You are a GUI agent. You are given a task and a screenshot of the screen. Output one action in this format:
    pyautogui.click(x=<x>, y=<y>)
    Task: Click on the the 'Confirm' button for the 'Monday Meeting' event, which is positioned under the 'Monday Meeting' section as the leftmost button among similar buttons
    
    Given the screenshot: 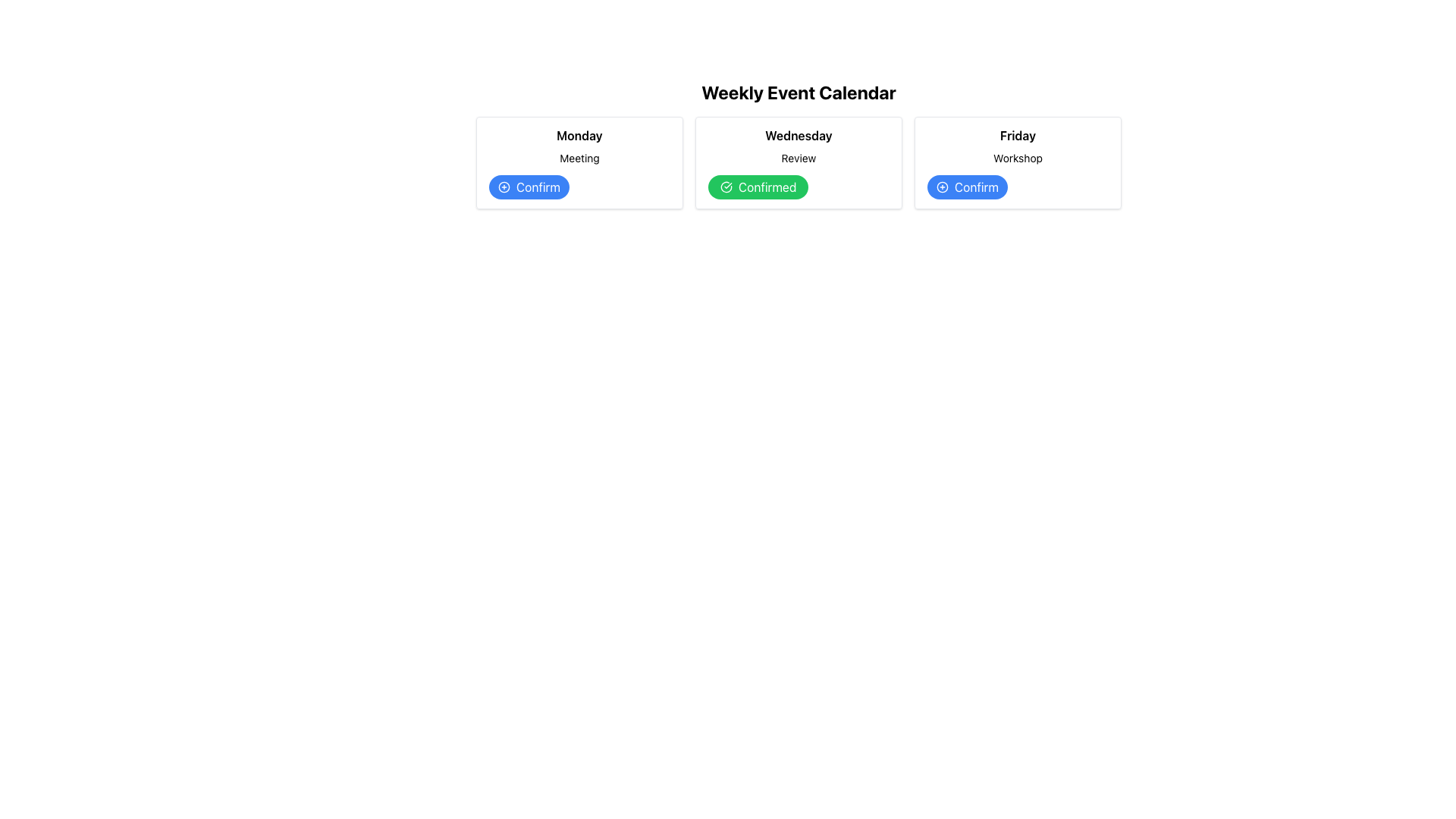 What is the action you would take?
    pyautogui.click(x=529, y=186)
    